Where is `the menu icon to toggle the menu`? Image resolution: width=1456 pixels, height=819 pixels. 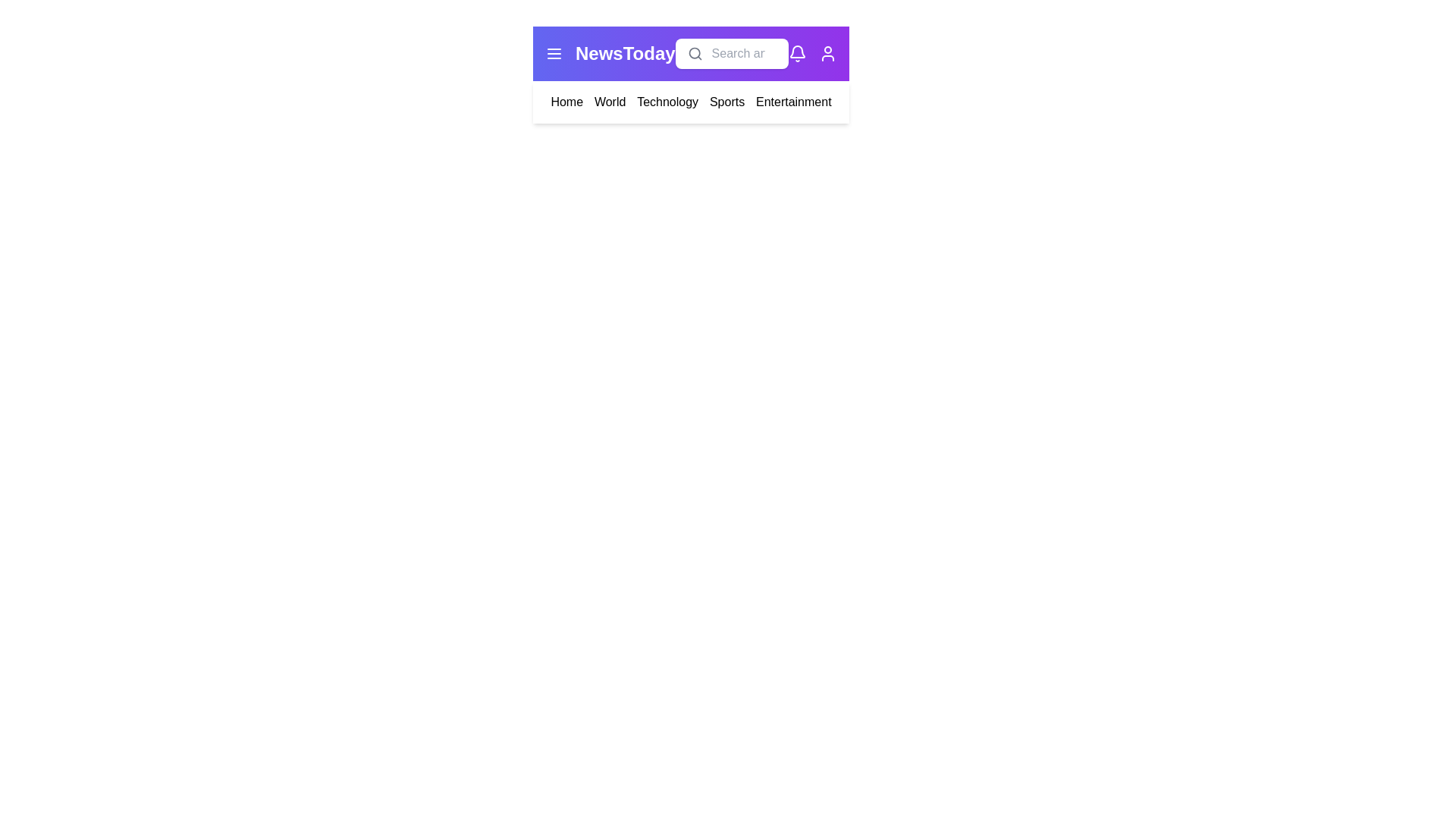
the menu icon to toggle the menu is located at coordinates (553, 52).